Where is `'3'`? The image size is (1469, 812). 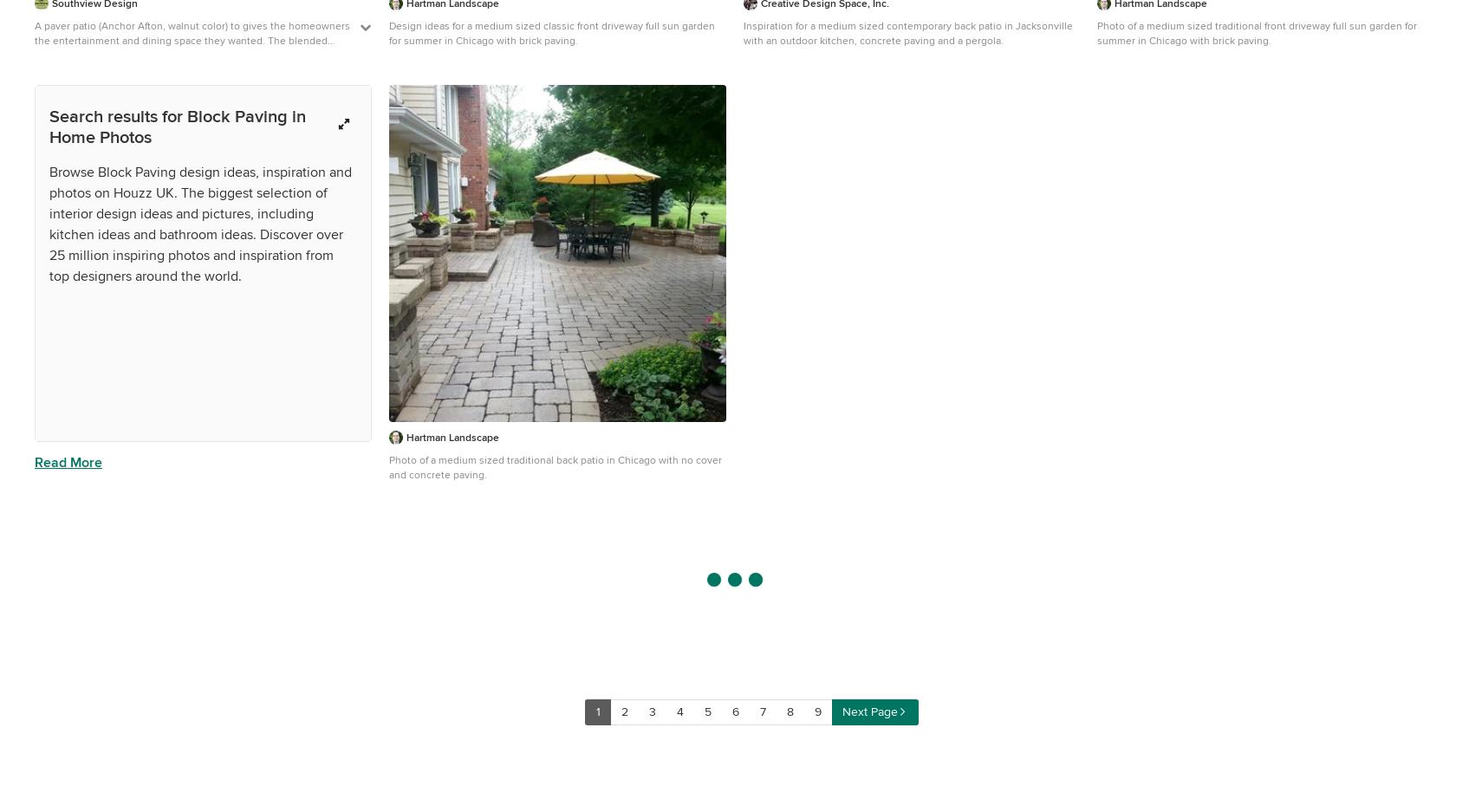
'3' is located at coordinates (651, 710).